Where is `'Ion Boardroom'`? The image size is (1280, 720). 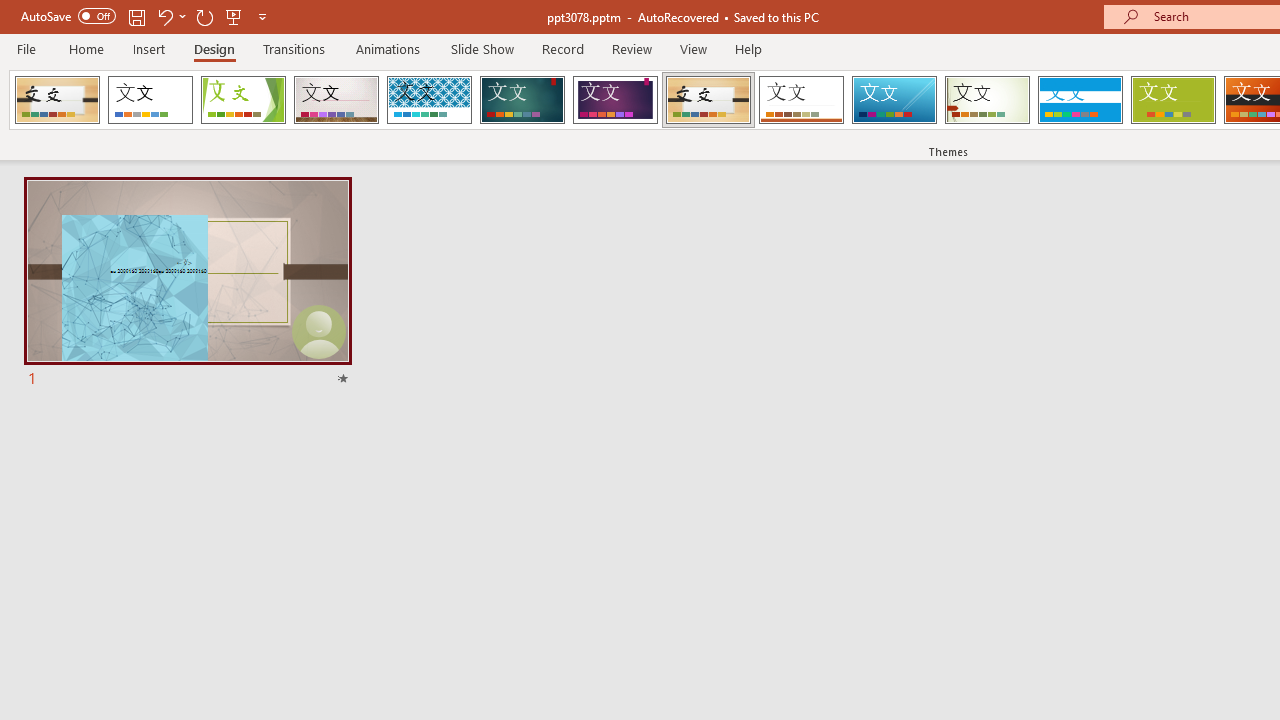 'Ion Boardroom' is located at coordinates (614, 100).